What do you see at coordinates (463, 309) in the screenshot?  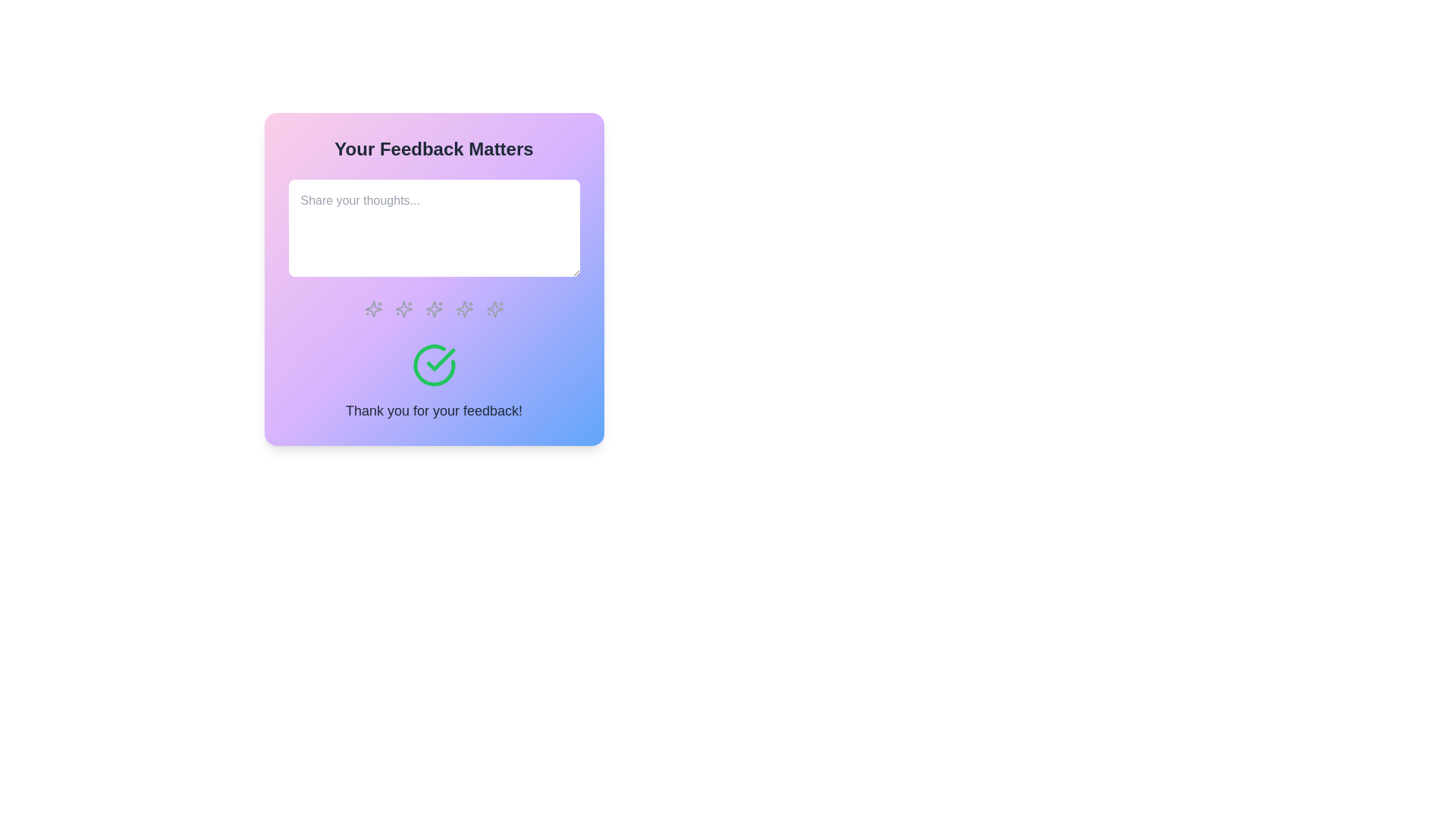 I see `the third star-shaped icon in the interactive rating system beneath the feedback text box` at bounding box center [463, 309].